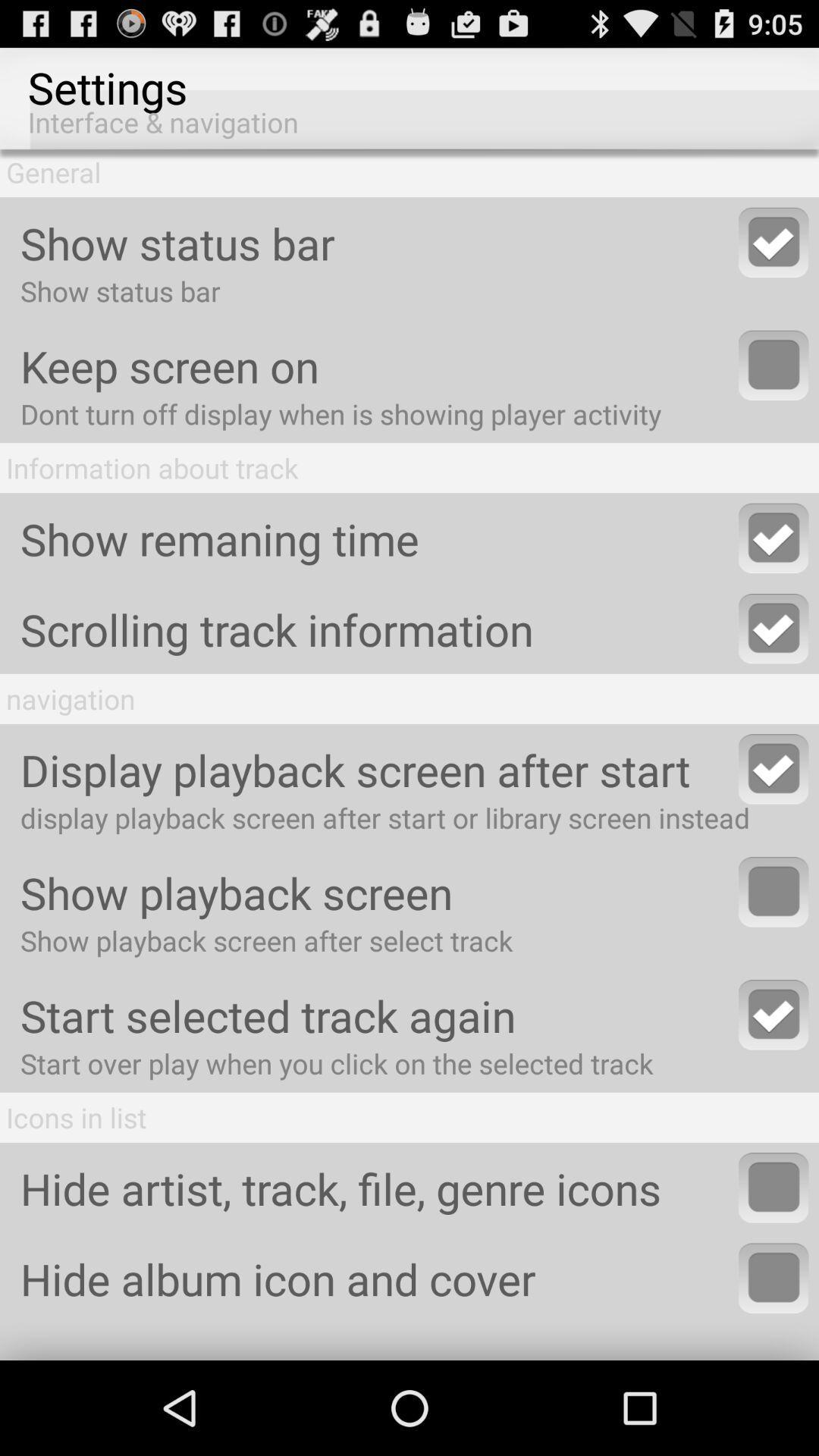  What do you see at coordinates (773, 1187) in the screenshot?
I see `hide artist info` at bounding box center [773, 1187].